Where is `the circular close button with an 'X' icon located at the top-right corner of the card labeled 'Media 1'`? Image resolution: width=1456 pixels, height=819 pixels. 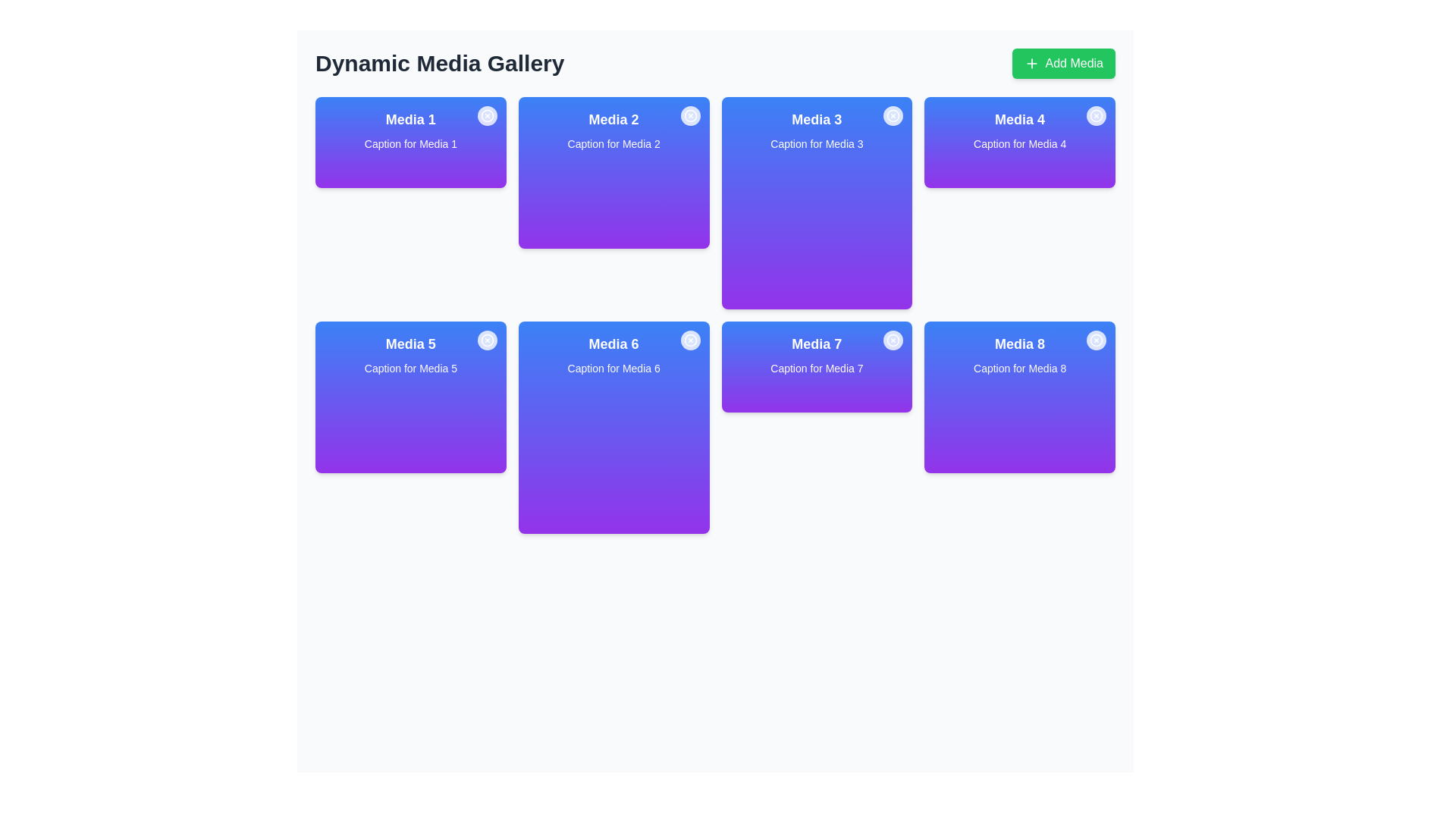 the circular close button with an 'X' icon located at the top-right corner of the card labeled 'Media 1' is located at coordinates (487, 115).